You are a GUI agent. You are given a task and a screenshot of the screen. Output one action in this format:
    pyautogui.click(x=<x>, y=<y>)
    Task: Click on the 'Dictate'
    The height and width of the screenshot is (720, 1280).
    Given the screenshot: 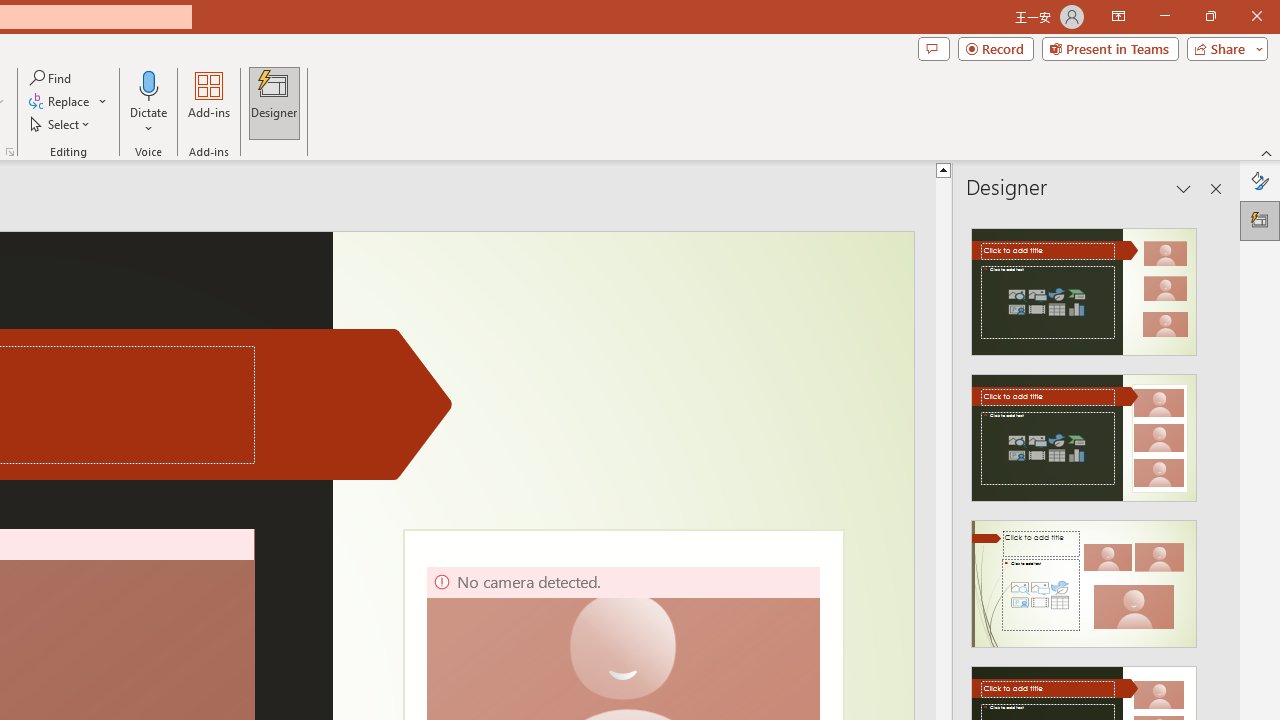 What is the action you would take?
    pyautogui.click(x=148, y=84)
    